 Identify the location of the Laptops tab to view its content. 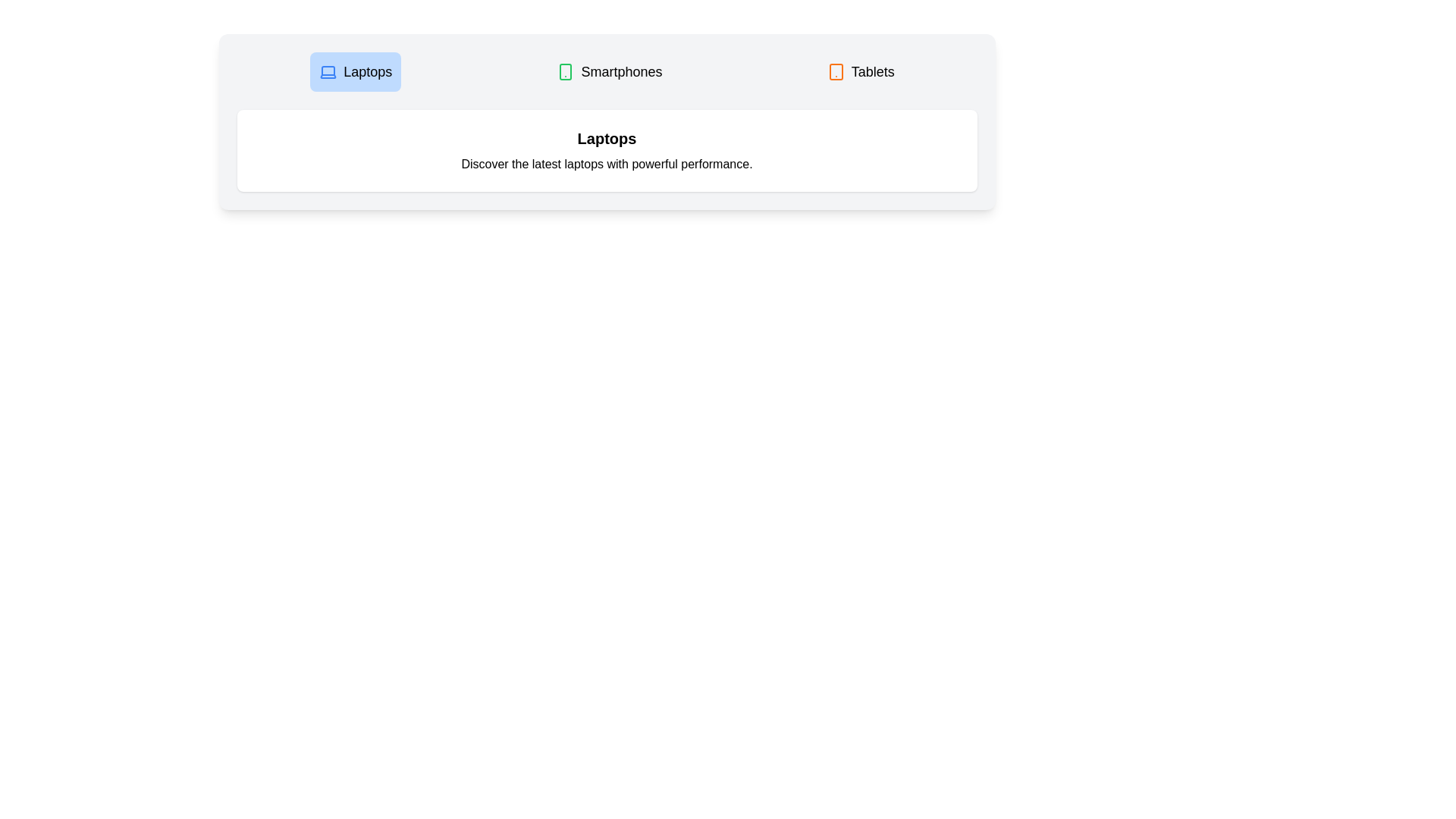
(355, 72).